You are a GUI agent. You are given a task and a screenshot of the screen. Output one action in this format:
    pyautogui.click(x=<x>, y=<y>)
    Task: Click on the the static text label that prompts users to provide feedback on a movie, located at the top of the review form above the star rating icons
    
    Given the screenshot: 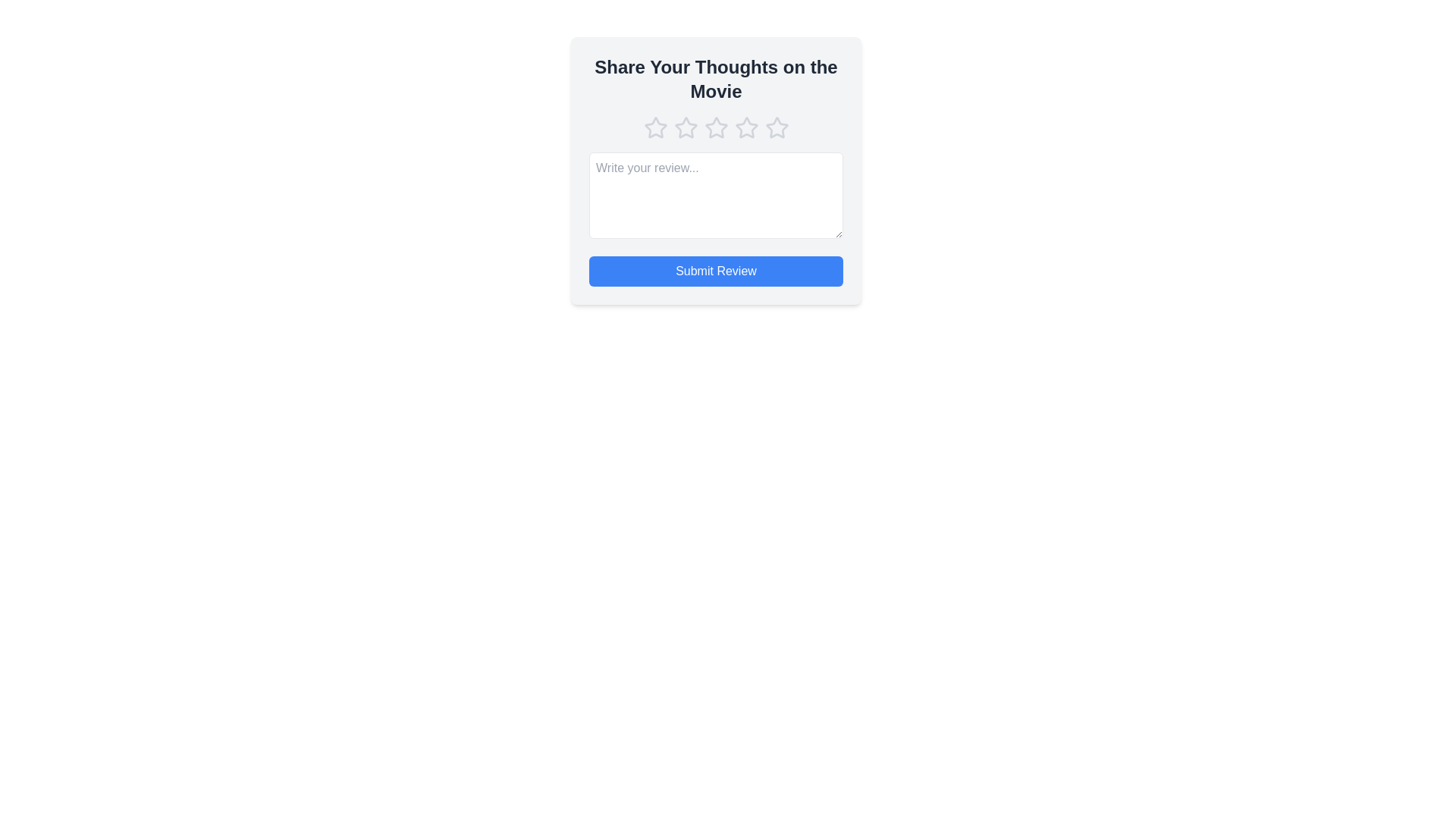 What is the action you would take?
    pyautogui.click(x=715, y=79)
    